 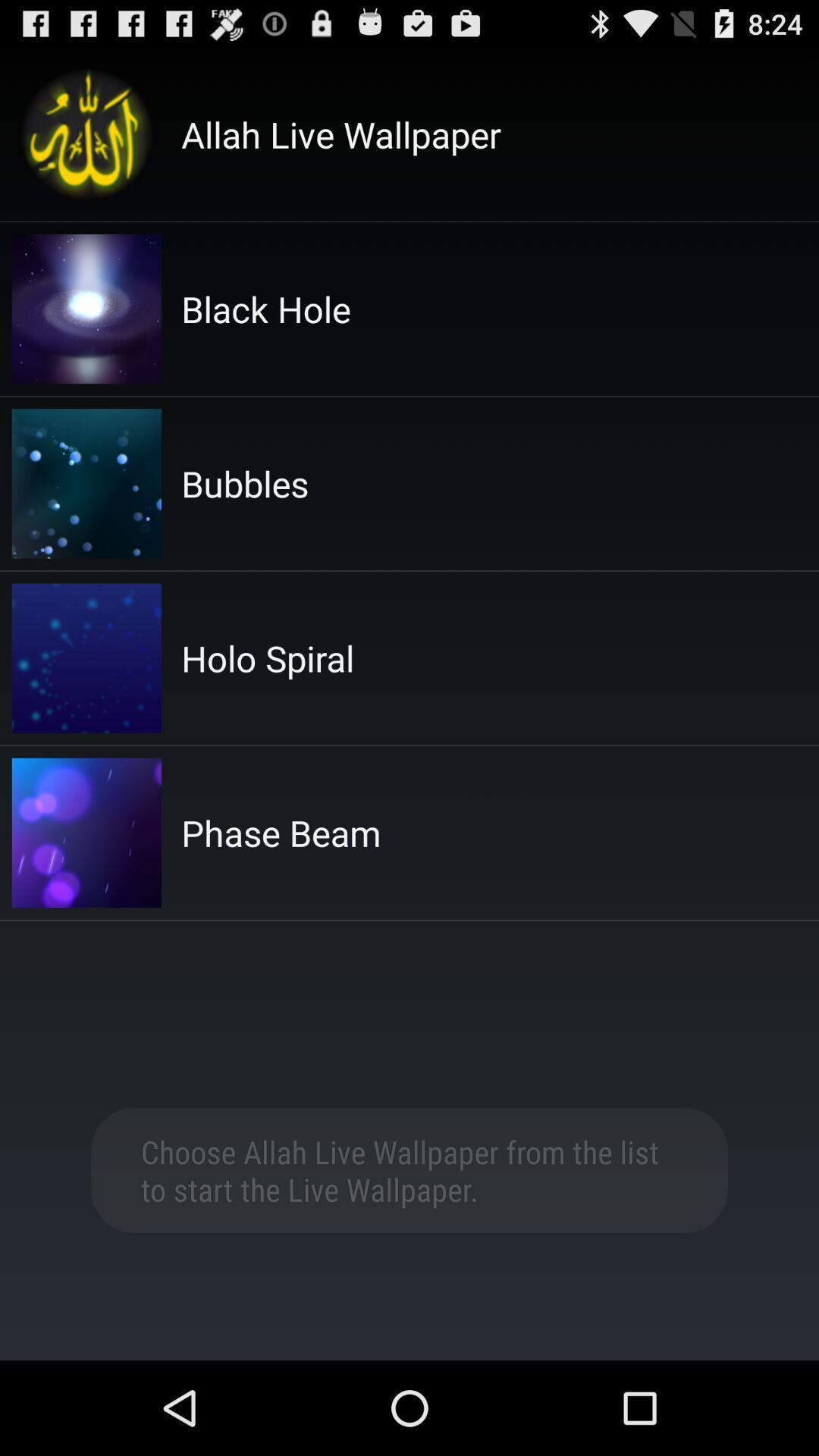 What do you see at coordinates (244, 482) in the screenshot?
I see `the bubbles app` at bounding box center [244, 482].